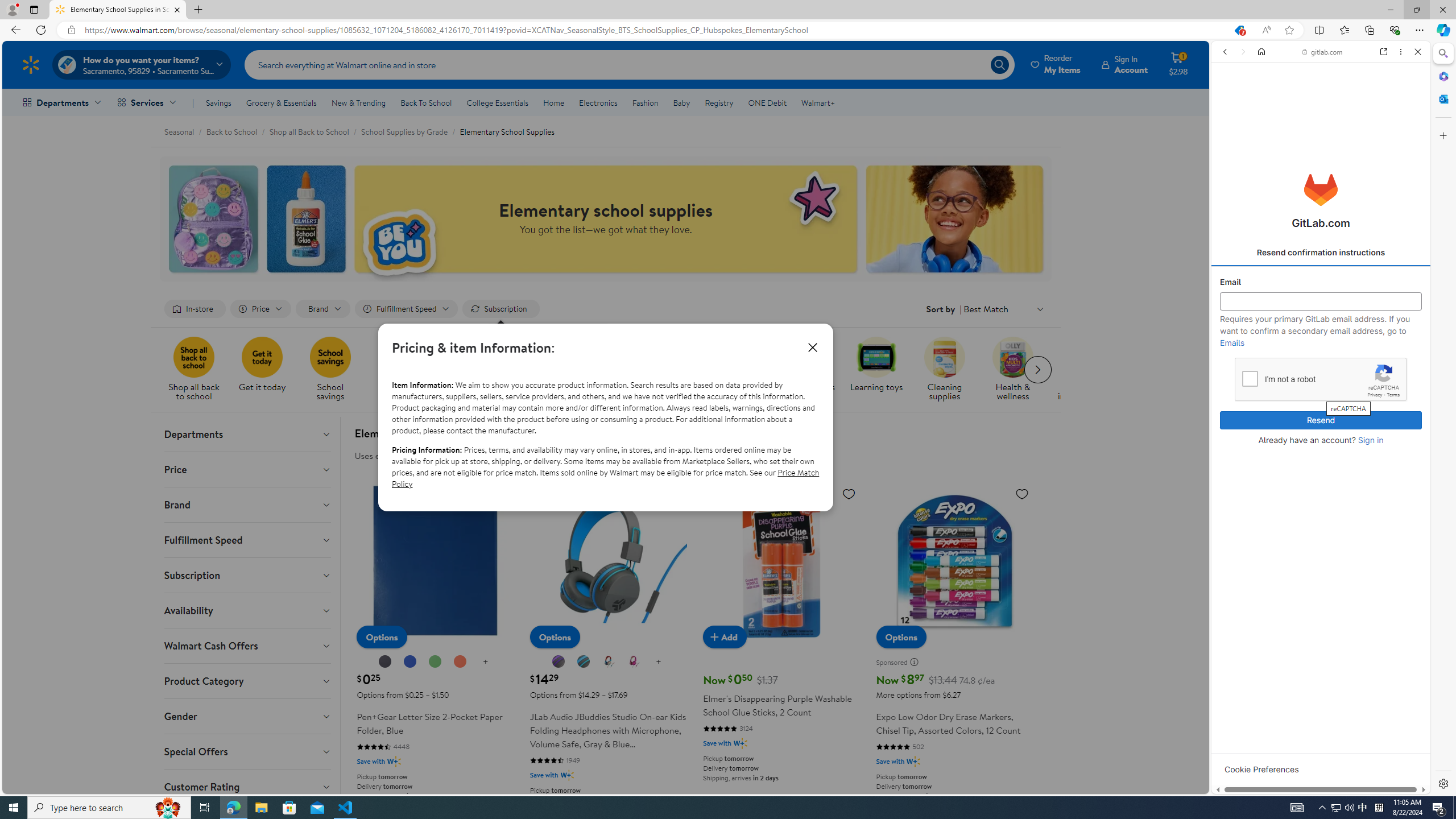  Describe the element at coordinates (812, 346) in the screenshot. I see `'Close dialog'` at that location.